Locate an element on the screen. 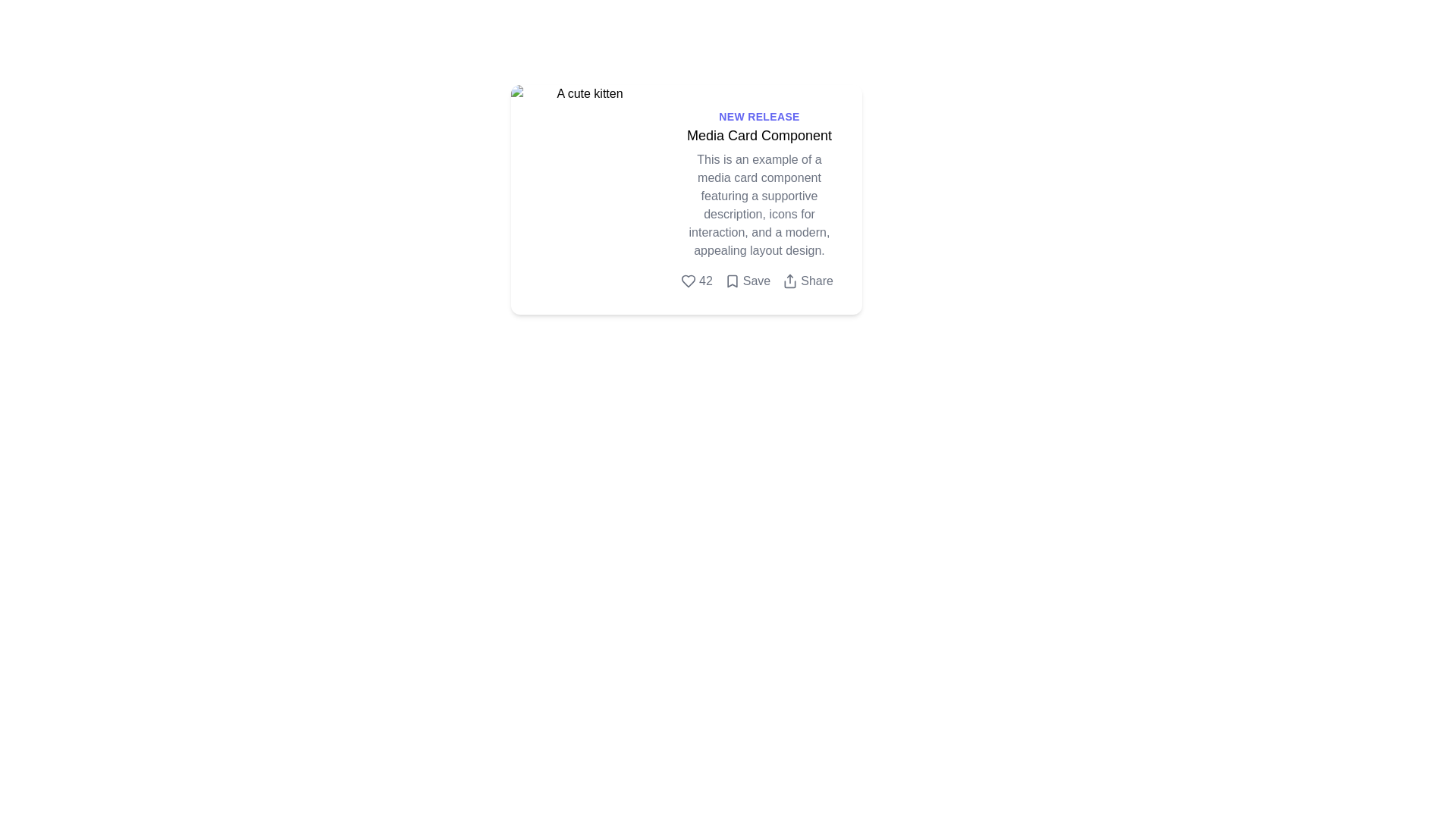 The width and height of the screenshot is (1456, 819). text label displaying 'New Release' in uppercase letters with an indigo-colored serif font, located at the top of the card-like layout is located at coordinates (759, 116).